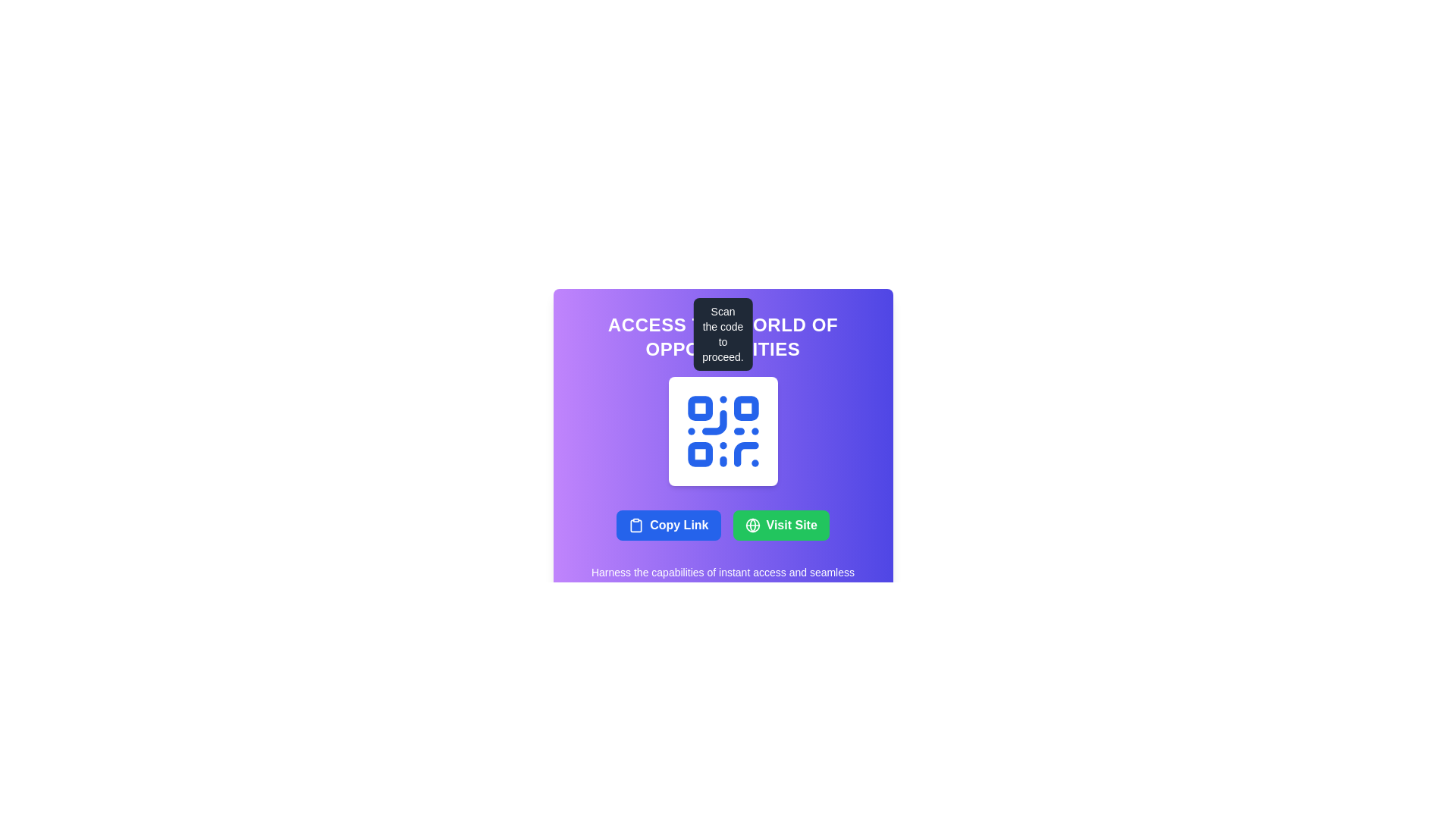 This screenshot has height=819, width=1456. Describe the element at coordinates (636, 525) in the screenshot. I see `the clipboard-shaped icon, which is styled in white on a blue circular background, located inside the 'Copy Link' button, to the left of the text label` at that location.